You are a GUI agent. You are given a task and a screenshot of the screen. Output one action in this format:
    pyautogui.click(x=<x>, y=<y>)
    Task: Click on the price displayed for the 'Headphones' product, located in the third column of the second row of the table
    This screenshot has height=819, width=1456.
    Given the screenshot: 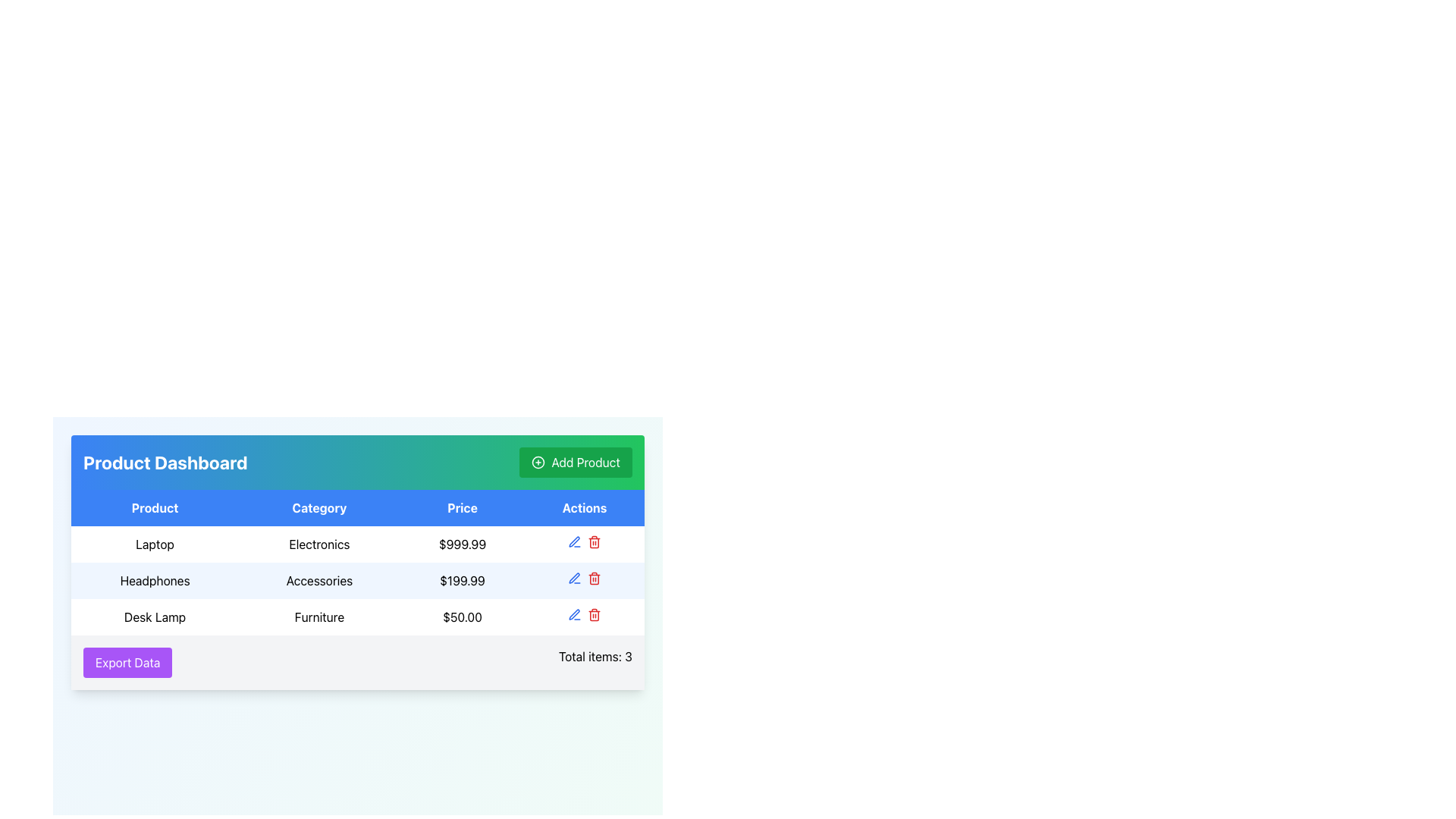 What is the action you would take?
    pyautogui.click(x=461, y=580)
    